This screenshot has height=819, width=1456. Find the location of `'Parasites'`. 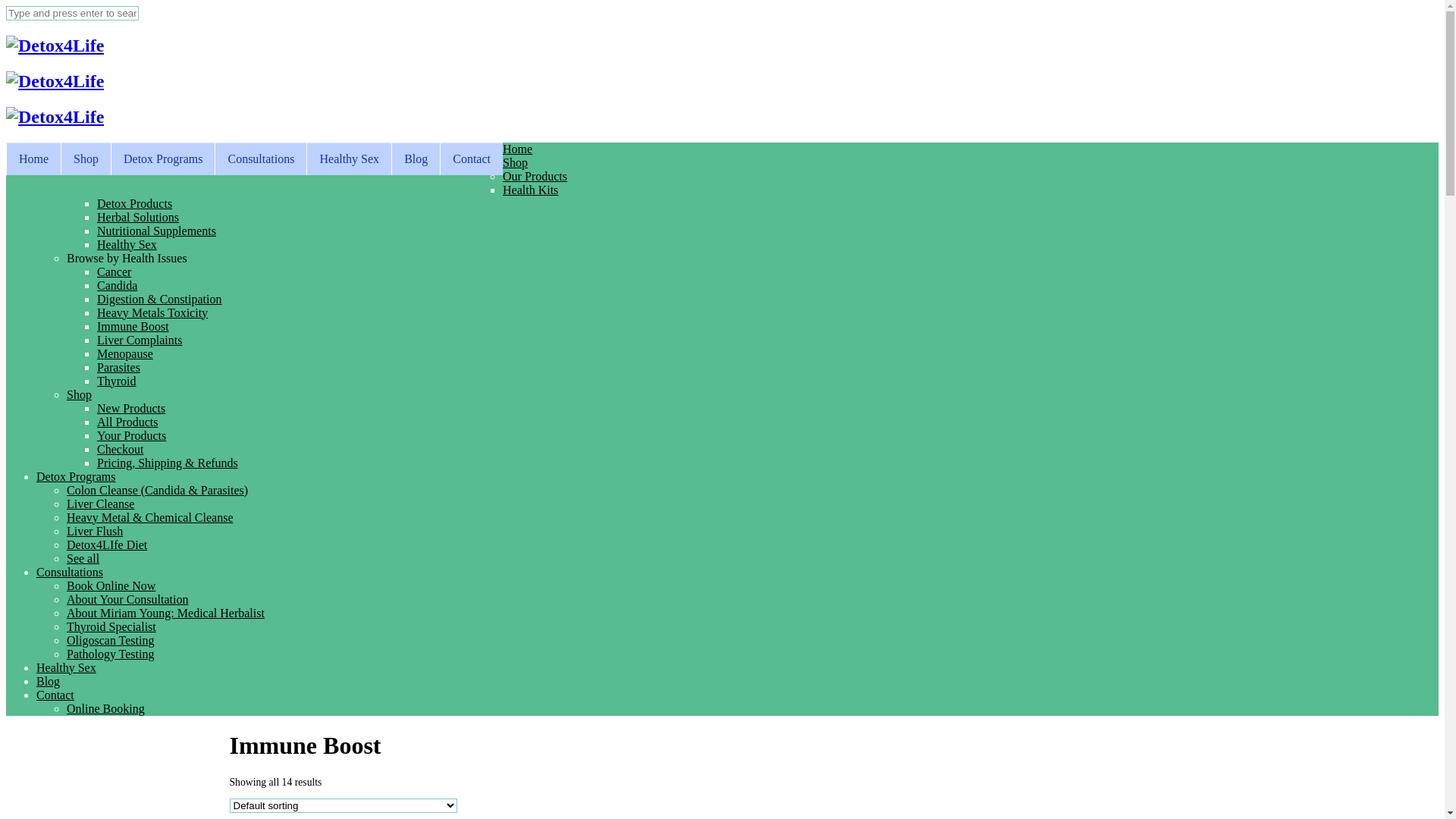

'Parasites' is located at coordinates (96, 367).